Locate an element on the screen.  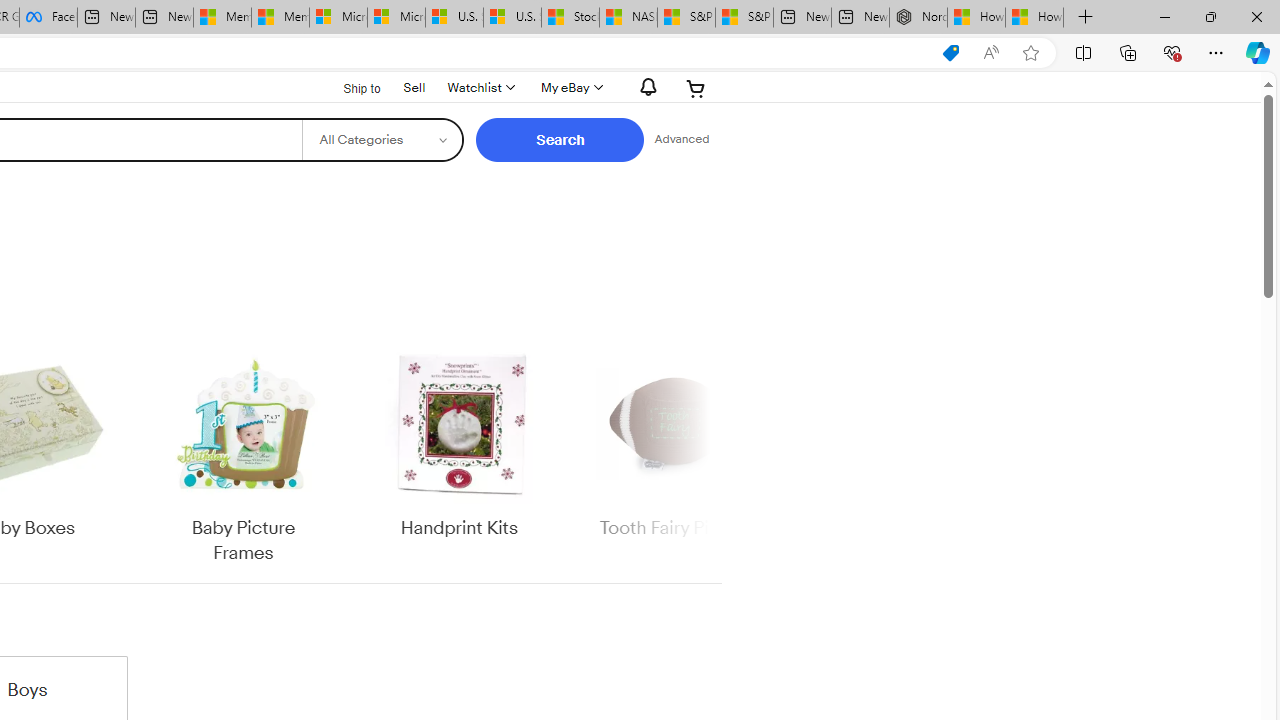
'Minimize' is located at coordinates (1164, 16).